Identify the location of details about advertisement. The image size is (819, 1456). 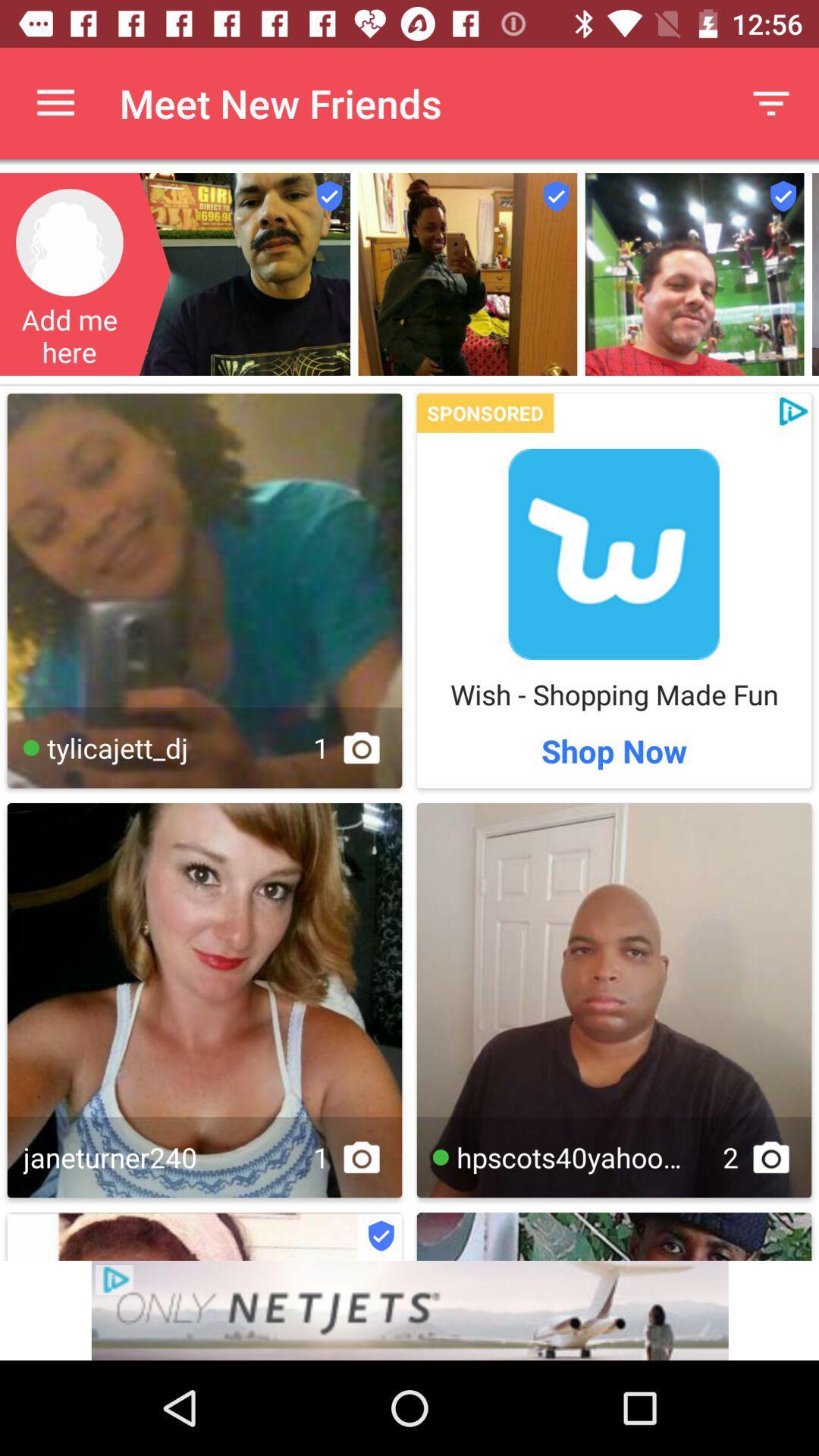
(409, 1310).